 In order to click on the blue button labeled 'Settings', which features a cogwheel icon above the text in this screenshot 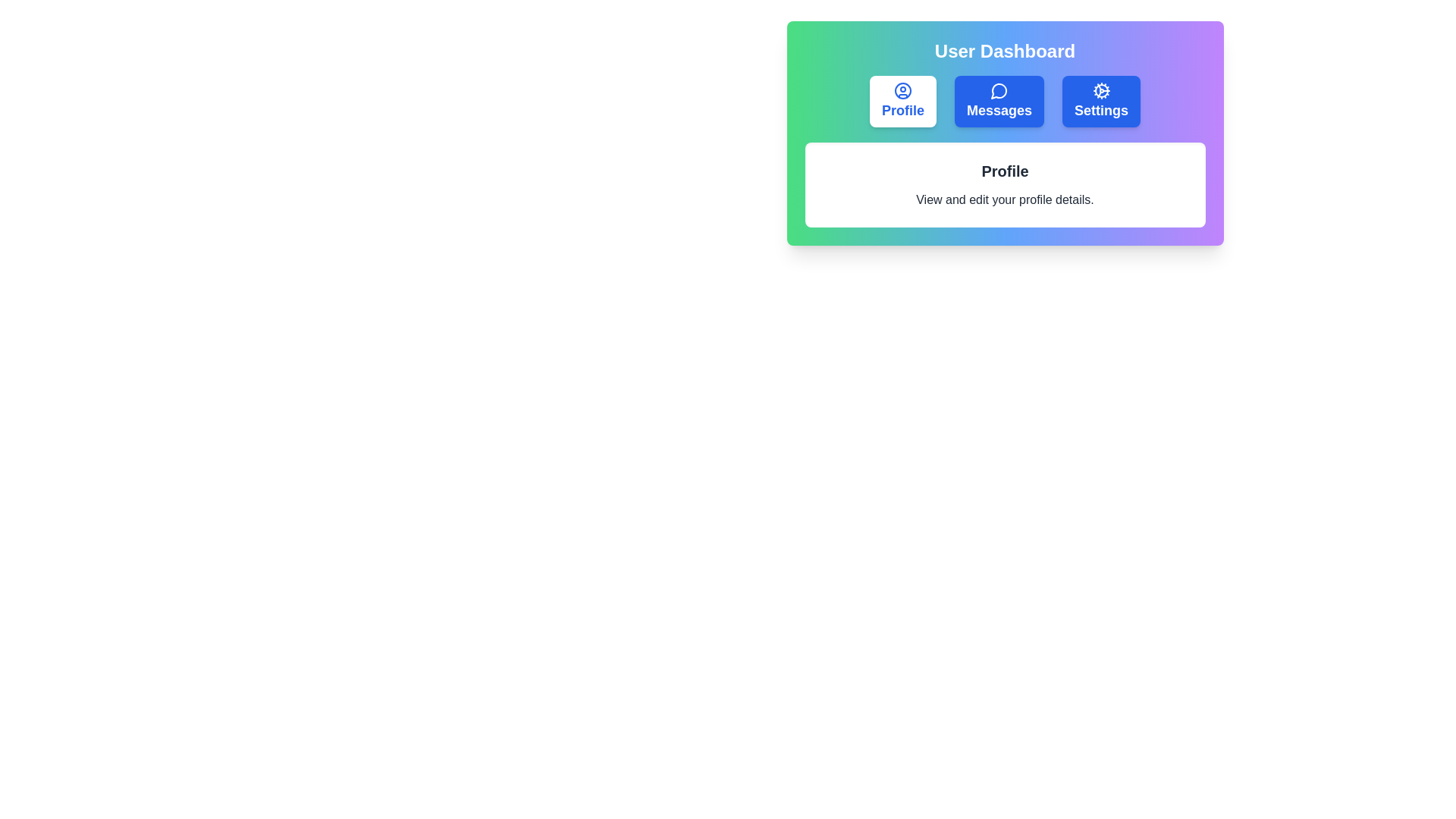, I will do `click(1101, 102)`.